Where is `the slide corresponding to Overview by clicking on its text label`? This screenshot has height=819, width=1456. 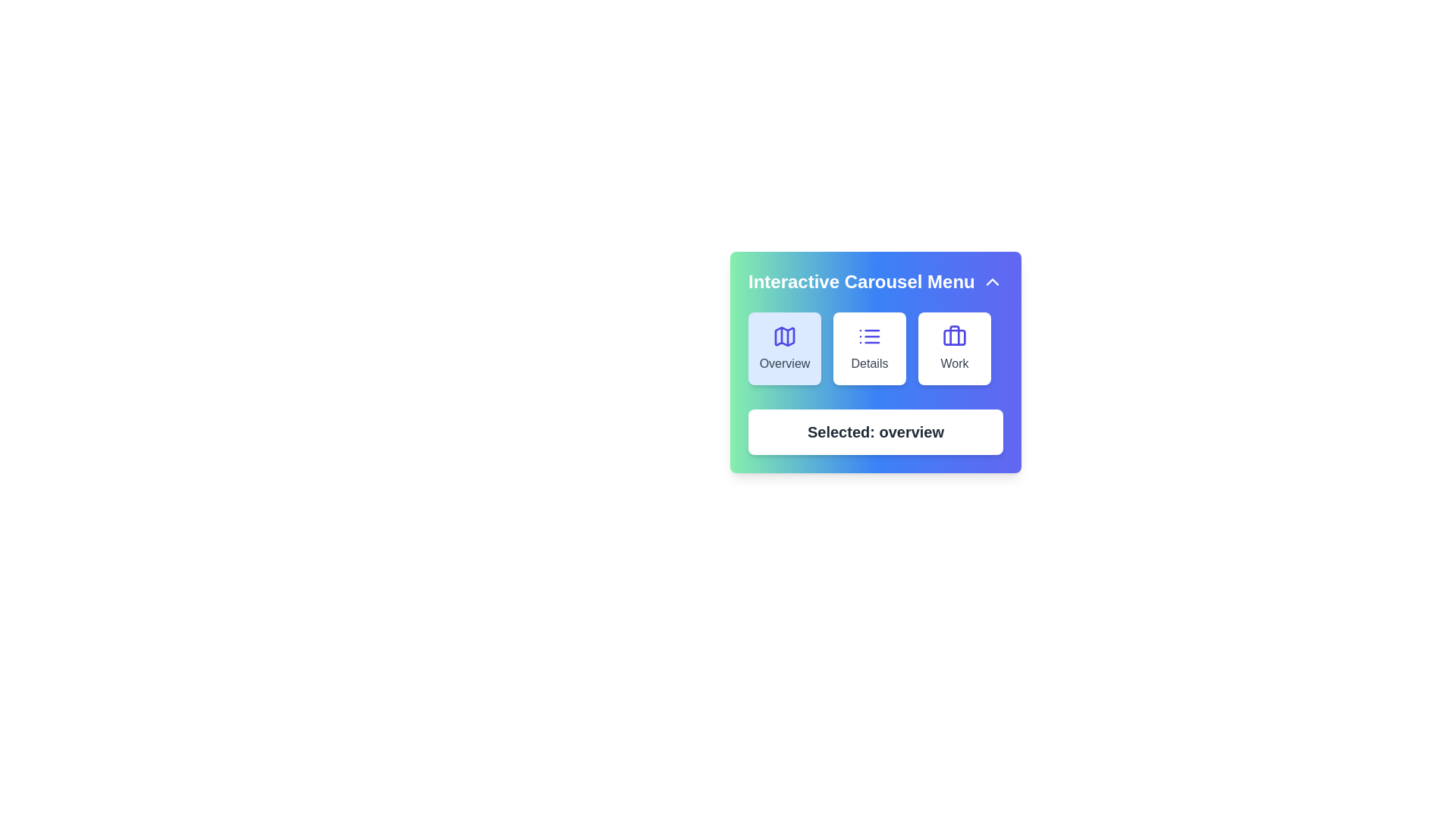 the slide corresponding to Overview by clicking on its text label is located at coordinates (785, 363).